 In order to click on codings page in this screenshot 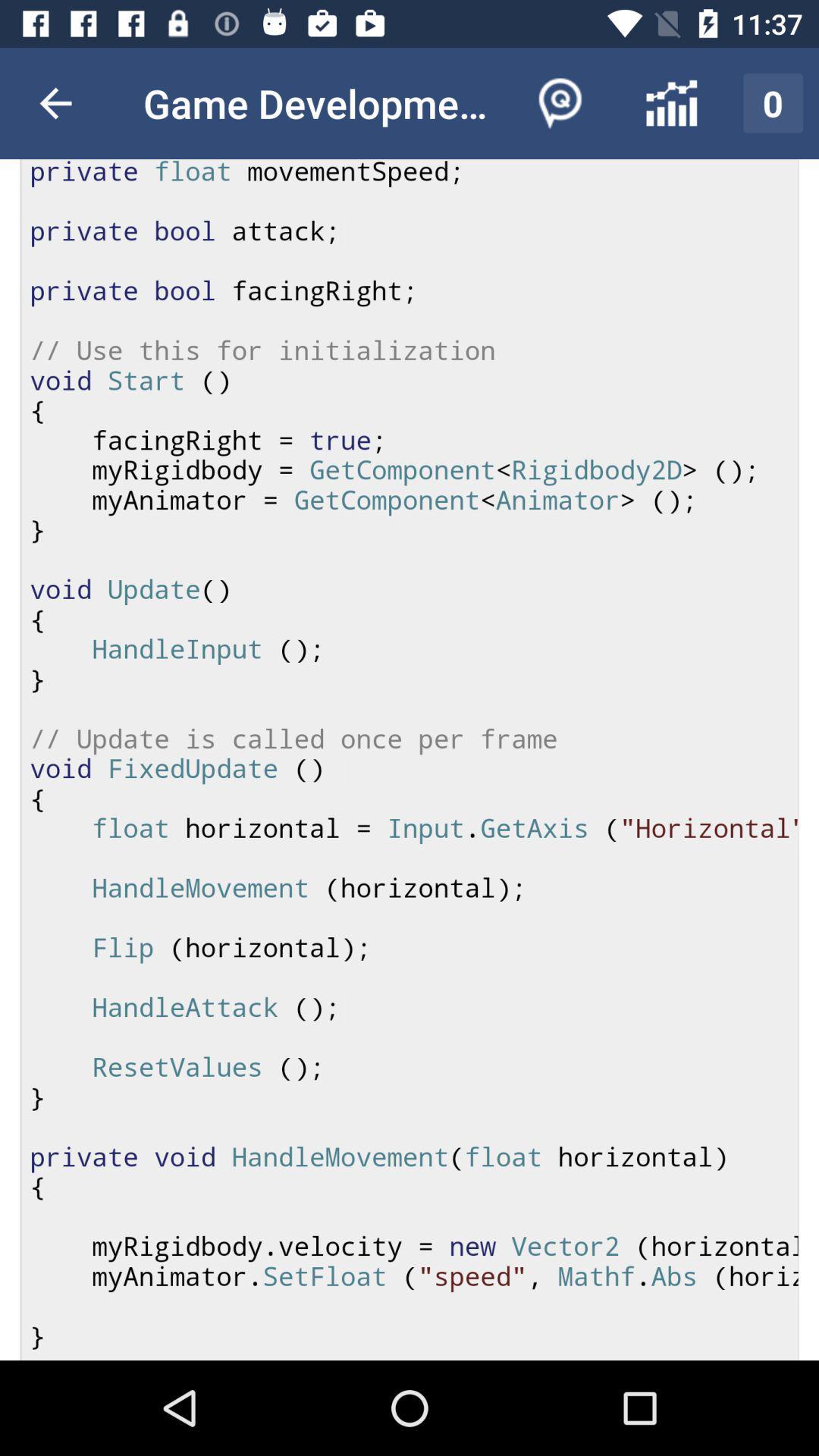, I will do `click(409, 760)`.